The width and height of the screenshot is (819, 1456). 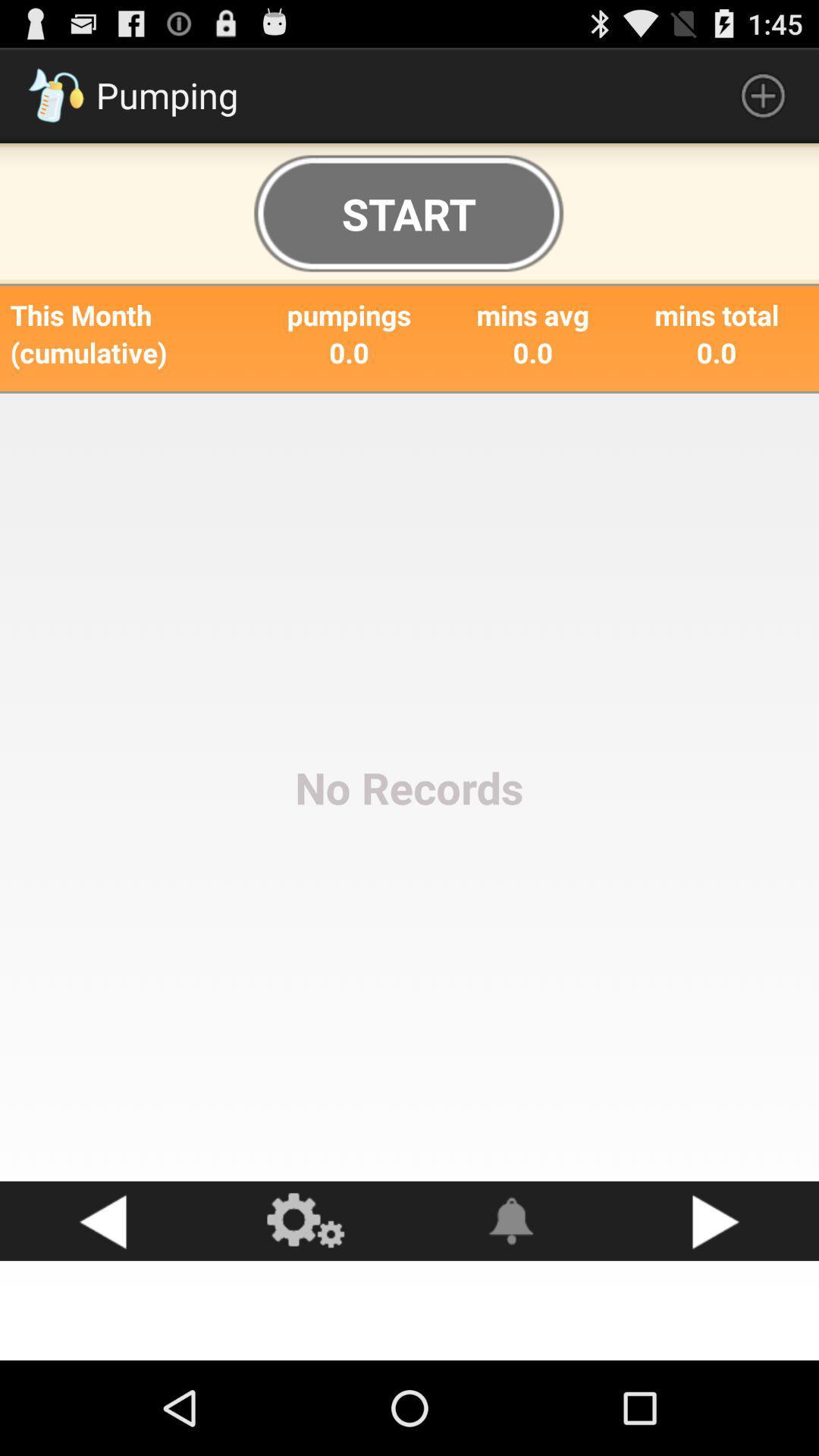 I want to click on app below no records icon, so click(x=512, y=1221).